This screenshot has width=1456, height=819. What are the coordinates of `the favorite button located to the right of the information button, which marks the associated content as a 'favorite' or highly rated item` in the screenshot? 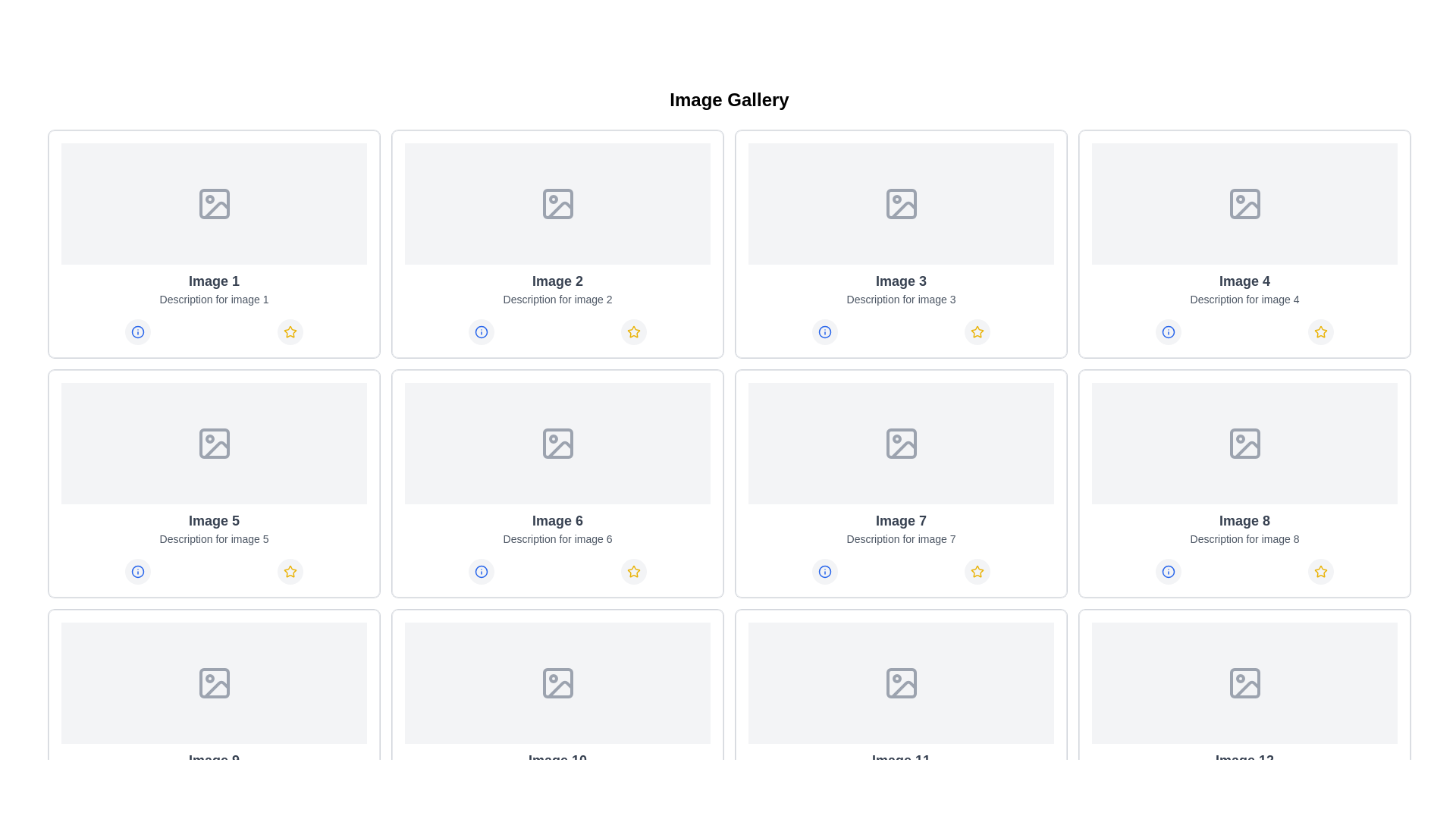 It's located at (634, 331).